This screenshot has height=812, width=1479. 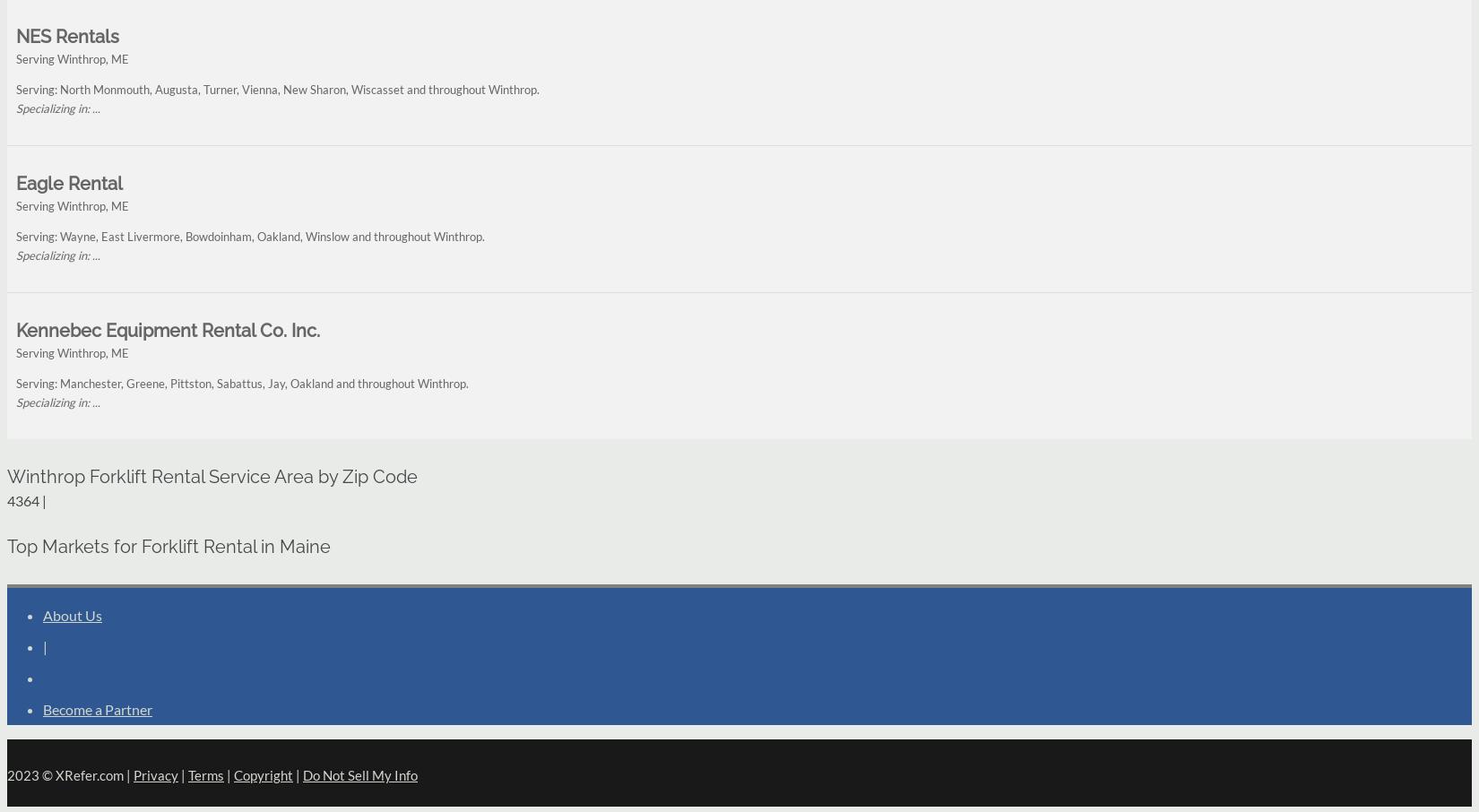 I want to click on '4364 |', so click(x=27, y=499).